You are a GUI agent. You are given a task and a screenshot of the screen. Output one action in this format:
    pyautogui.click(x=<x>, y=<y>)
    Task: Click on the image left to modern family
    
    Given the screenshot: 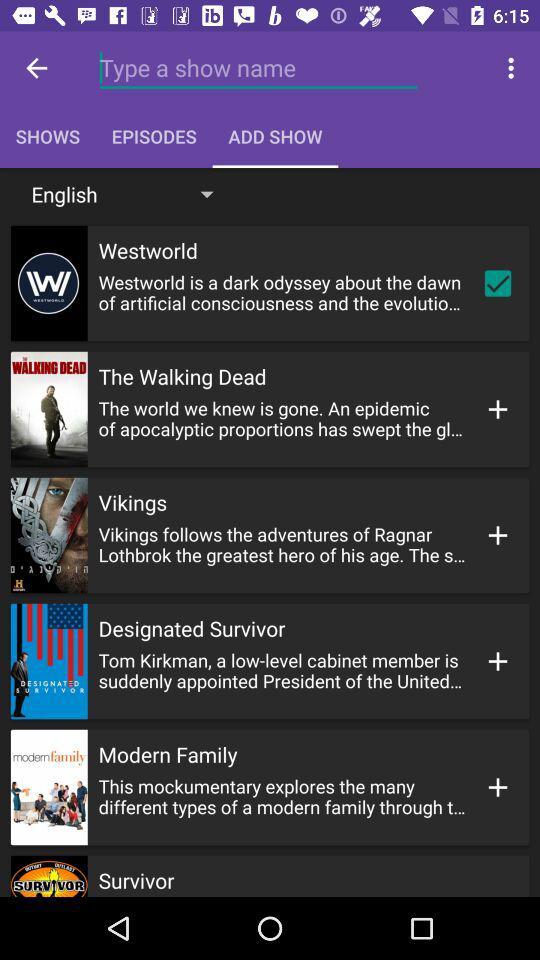 What is the action you would take?
    pyautogui.click(x=49, y=787)
    